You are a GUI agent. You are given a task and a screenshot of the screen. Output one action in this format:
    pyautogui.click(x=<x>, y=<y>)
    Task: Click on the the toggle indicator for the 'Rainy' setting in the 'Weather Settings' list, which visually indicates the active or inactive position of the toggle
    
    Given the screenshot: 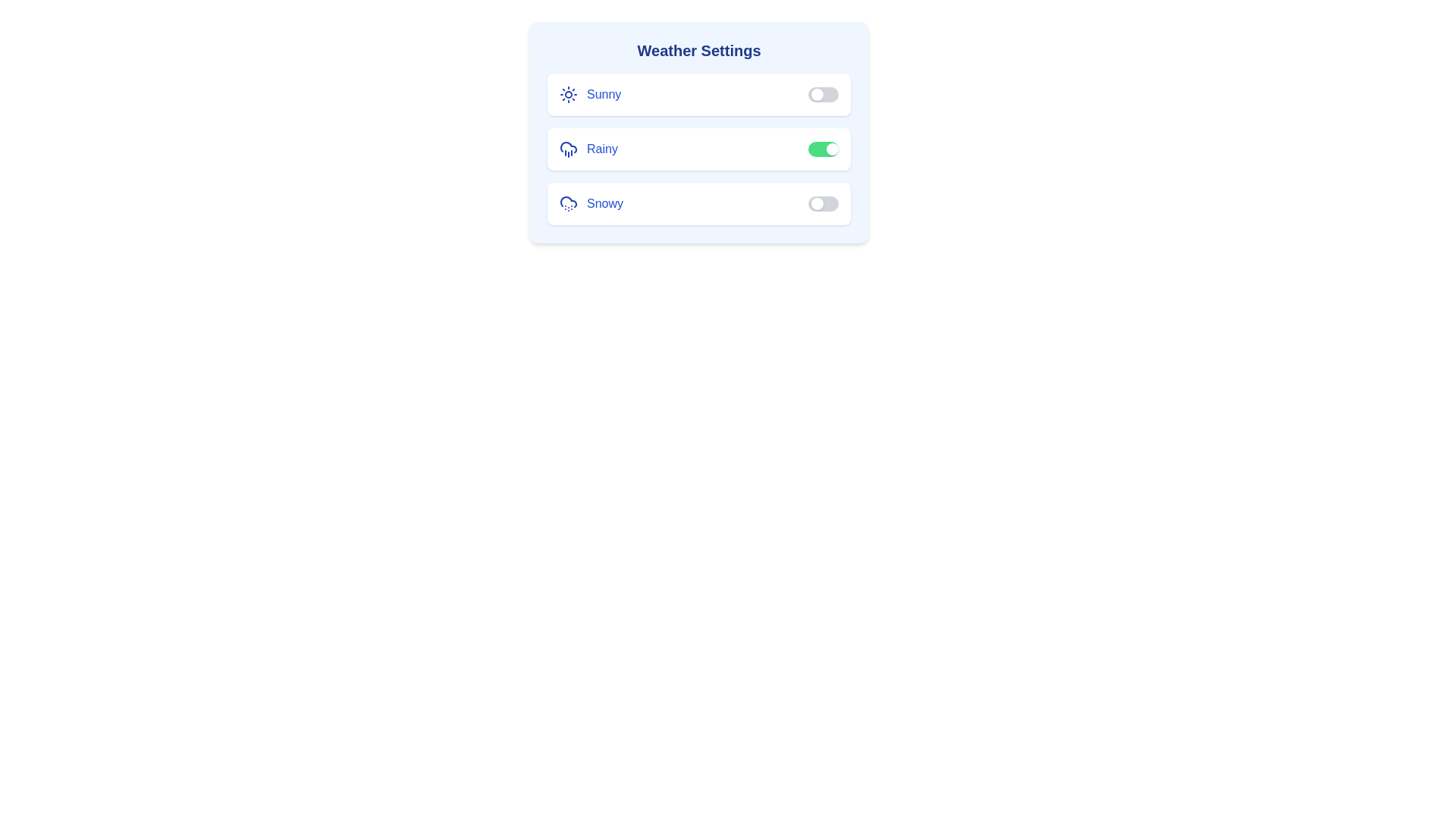 What is the action you would take?
    pyautogui.click(x=832, y=149)
    